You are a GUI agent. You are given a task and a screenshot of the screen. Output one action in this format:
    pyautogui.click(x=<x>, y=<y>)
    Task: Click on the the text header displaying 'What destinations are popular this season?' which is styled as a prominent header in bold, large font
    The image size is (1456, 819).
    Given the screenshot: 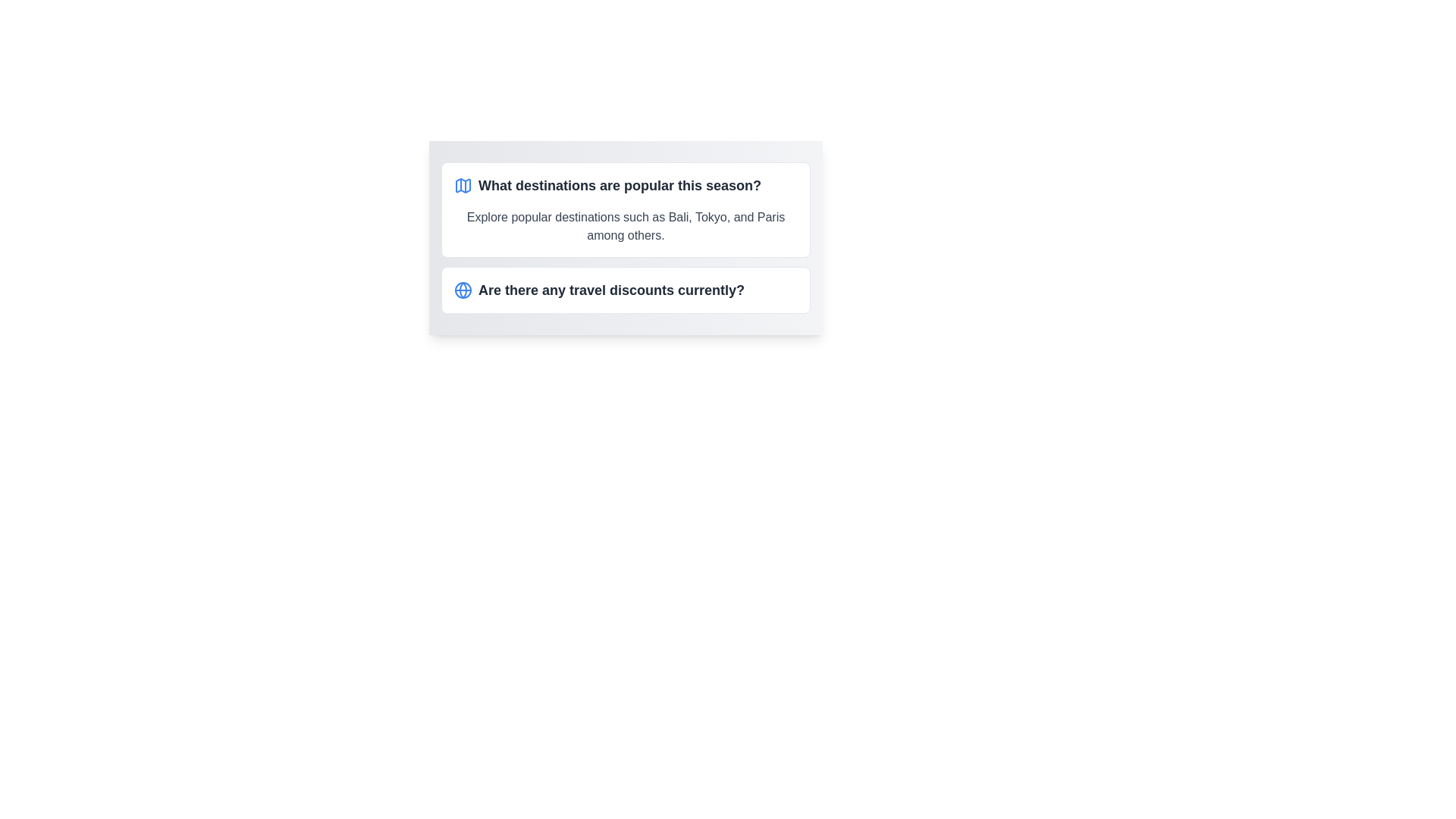 What is the action you would take?
    pyautogui.click(x=620, y=185)
    